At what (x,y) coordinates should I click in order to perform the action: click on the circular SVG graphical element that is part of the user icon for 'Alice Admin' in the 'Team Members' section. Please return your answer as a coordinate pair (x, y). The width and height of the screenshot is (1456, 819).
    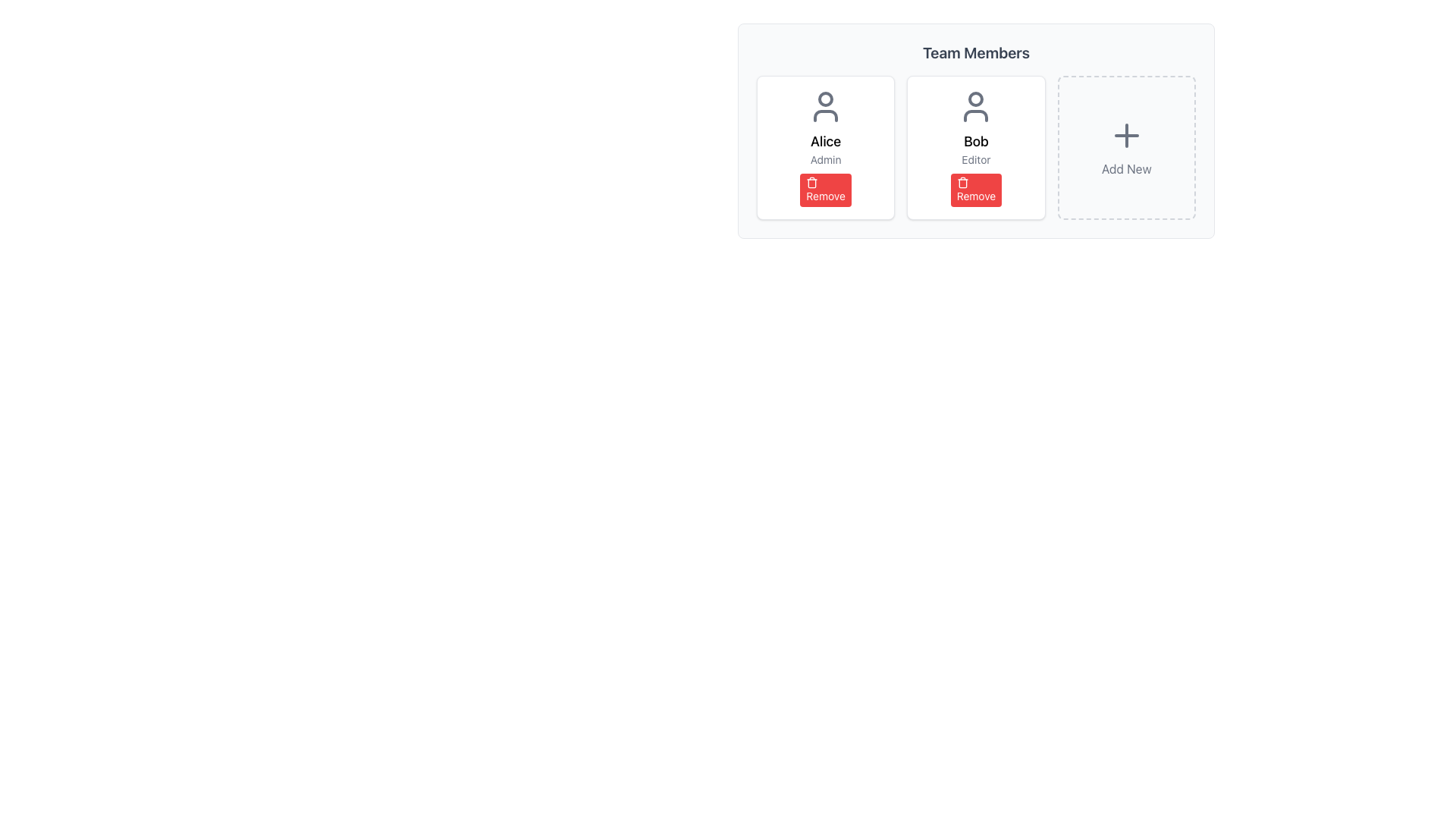
    Looking at the image, I should click on (825, 99).